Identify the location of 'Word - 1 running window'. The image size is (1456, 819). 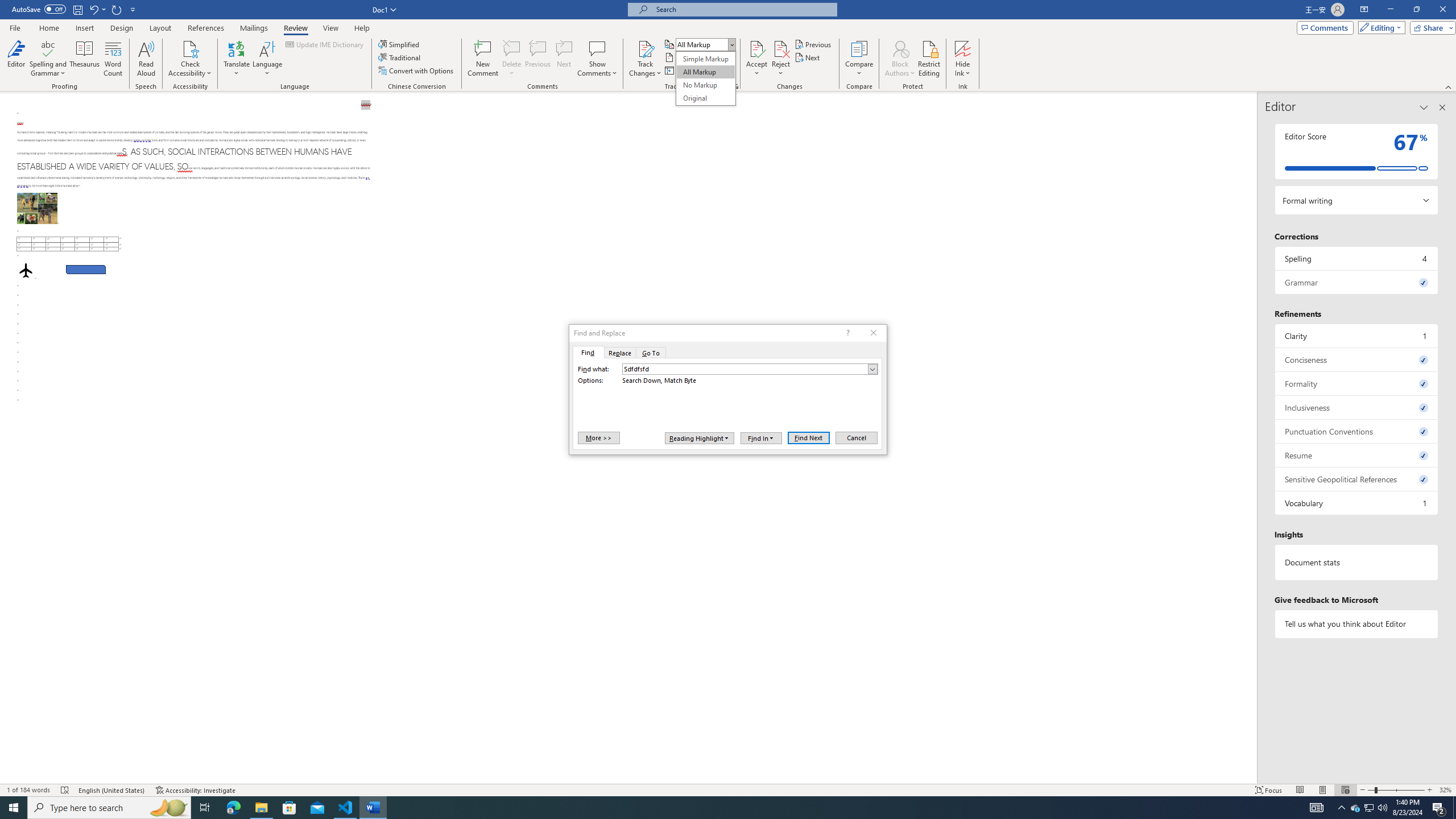
(373, 806).